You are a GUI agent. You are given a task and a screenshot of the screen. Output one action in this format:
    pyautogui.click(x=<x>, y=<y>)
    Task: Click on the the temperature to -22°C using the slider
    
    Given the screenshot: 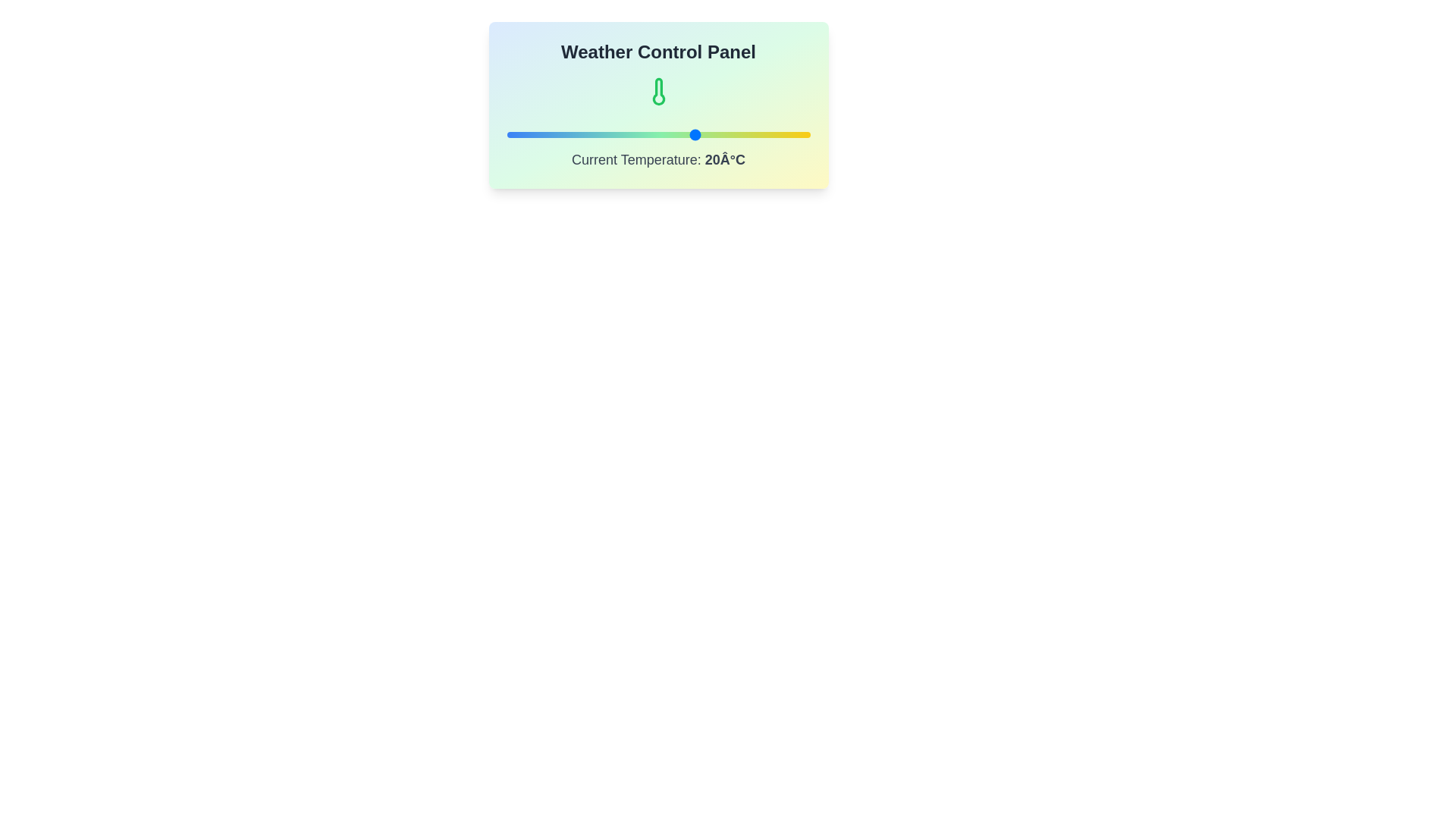 What is the action you would take?
    pyautogui.click(x=537, y=133)
    